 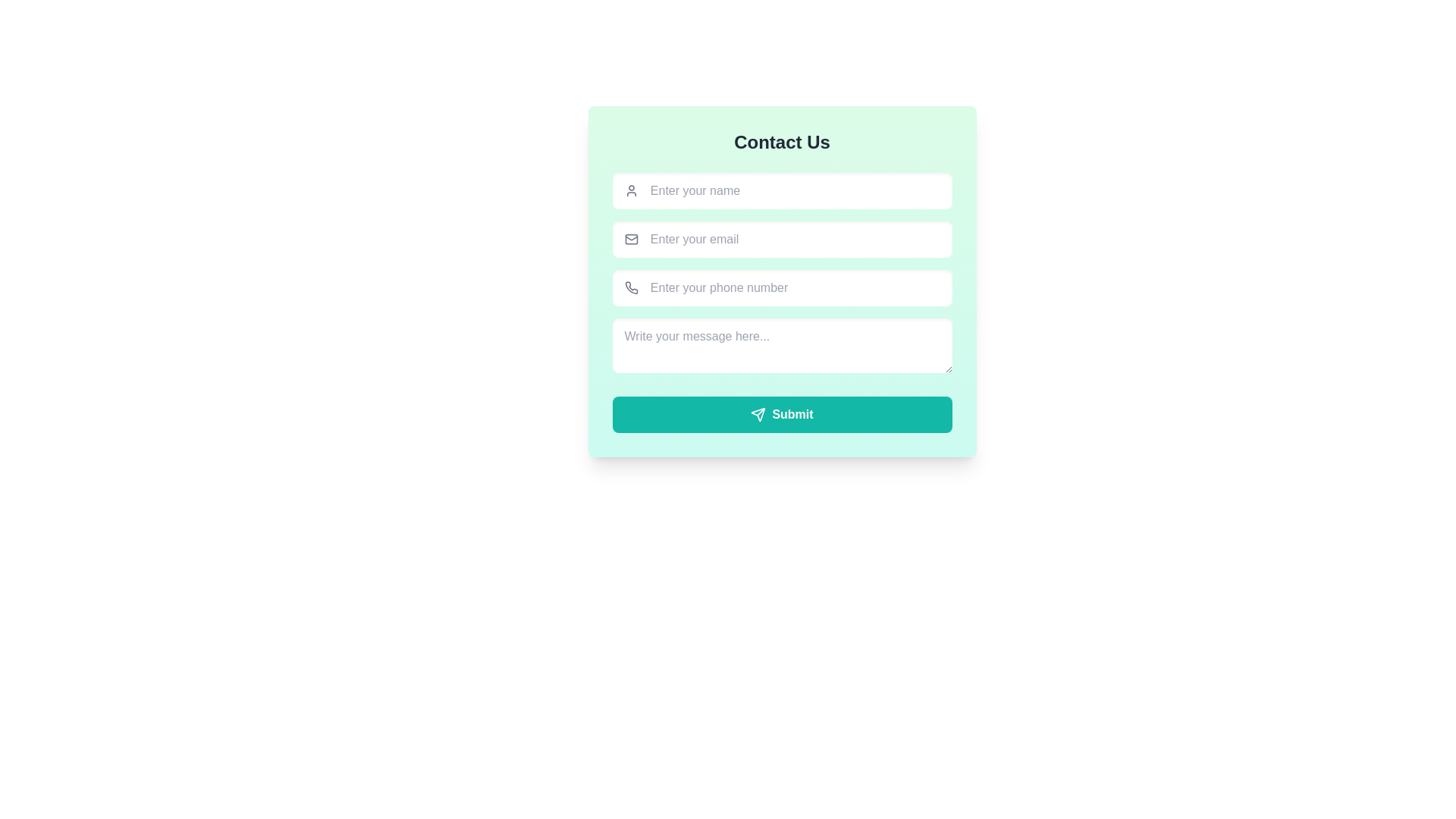 I want to click on the phone number input icon, which is located to the left of the placeholder text 'Enter your phone number', so click(x=631, y=288).